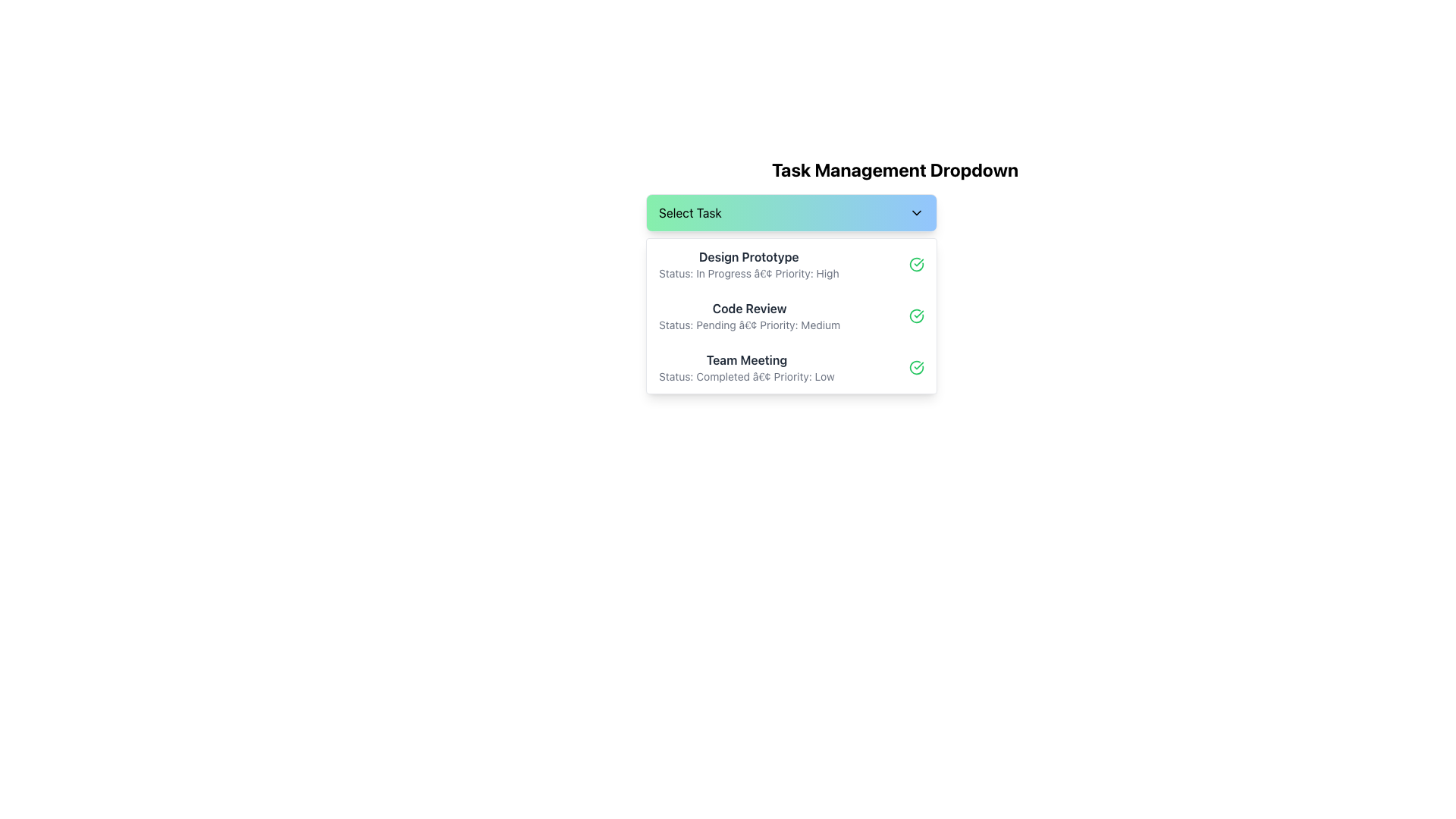 The image size is (1456, 819). I want to click on the Text Block that displays 'Design Prototype', so click(748, 263).